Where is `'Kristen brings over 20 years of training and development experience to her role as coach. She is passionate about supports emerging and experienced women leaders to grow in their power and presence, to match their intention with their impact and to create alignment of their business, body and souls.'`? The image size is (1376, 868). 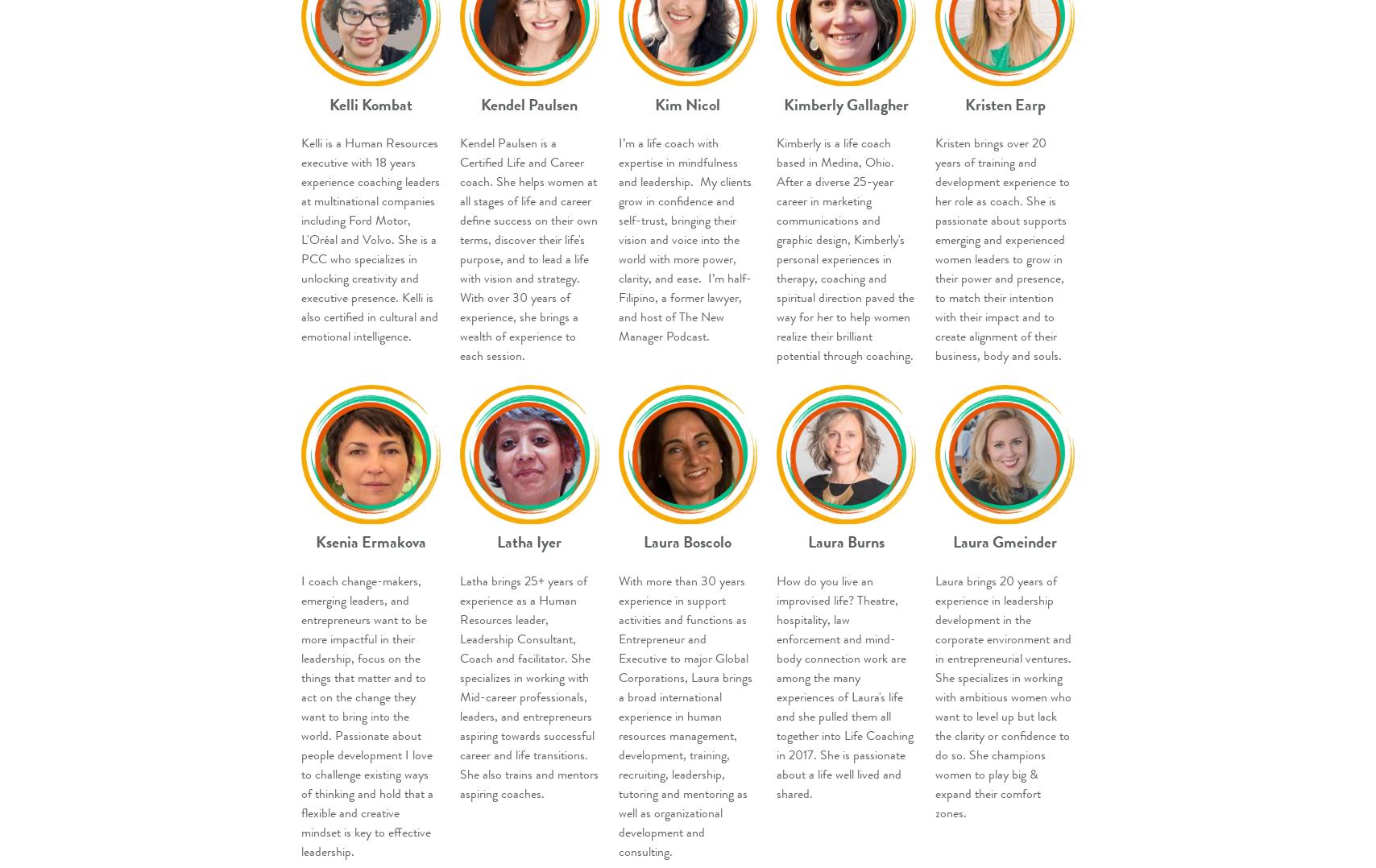 'Kristen brings over 20 years of training and development experience to her role as coach. She is passionate about supports emerging and experienced women leaders to grow in their power and presence, to match their intention with their impact and to create alignment of their business, body and souls.' is located at coordinates (1002, 249).